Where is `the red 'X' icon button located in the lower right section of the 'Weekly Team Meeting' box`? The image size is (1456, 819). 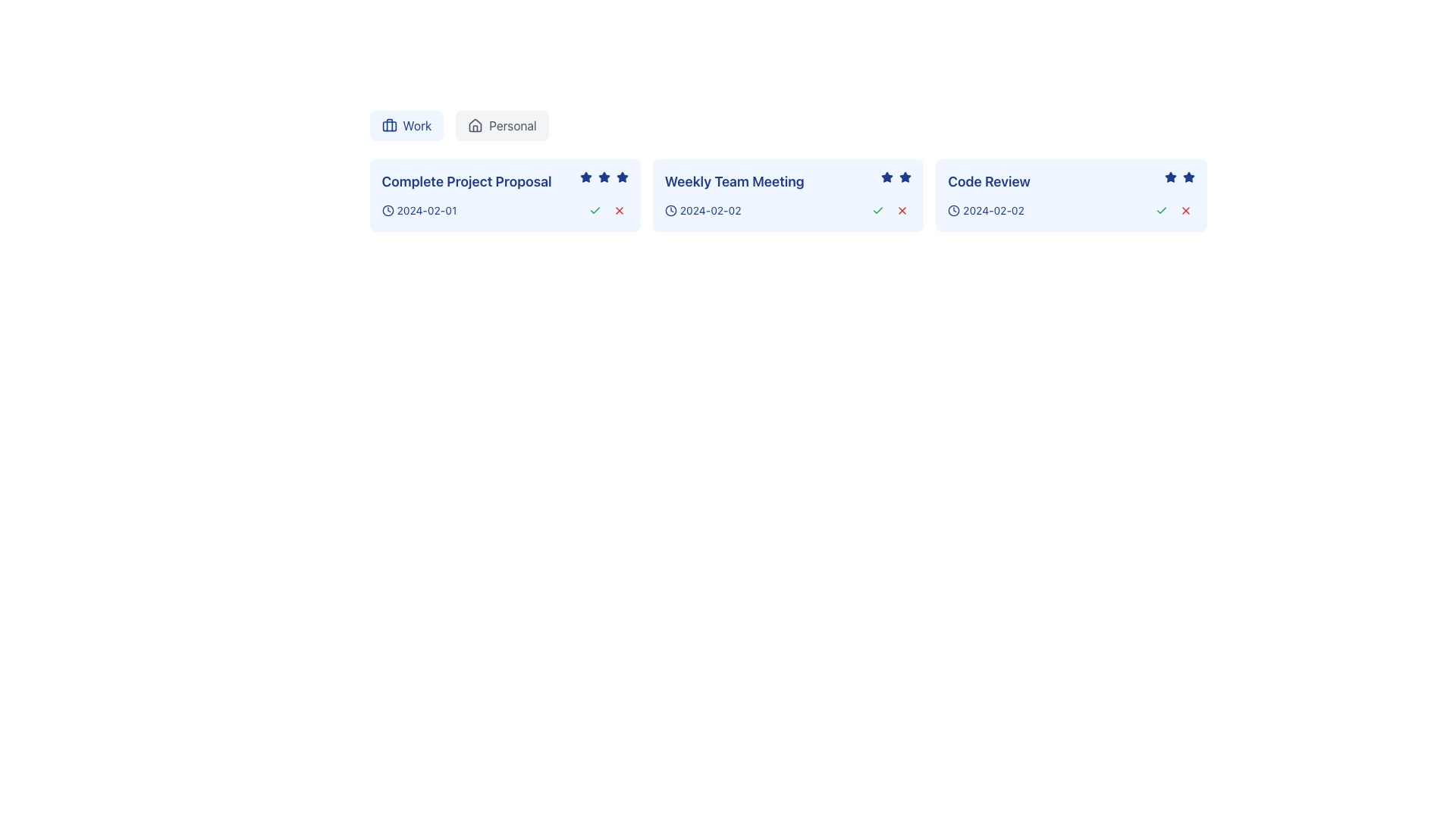 the red 'X' icon button located in the lower right section of the 'Weekly Team Meeting' box is located at coordinates (902, 210).